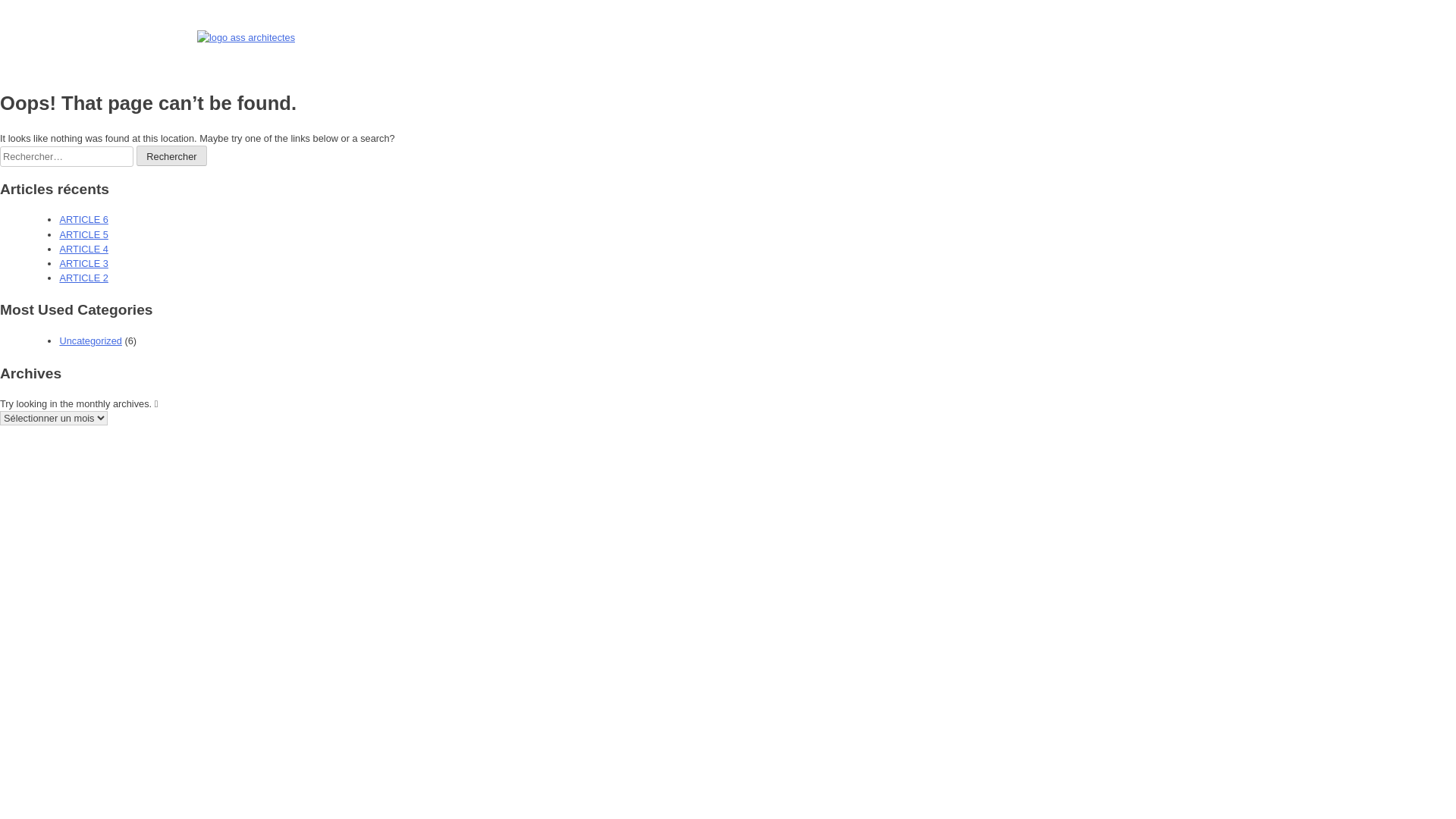 The image size is (1456, 819). Describe the element at coordinates (83, 248) in the screenshot. I see `'ARTICLE 4'` at that location.